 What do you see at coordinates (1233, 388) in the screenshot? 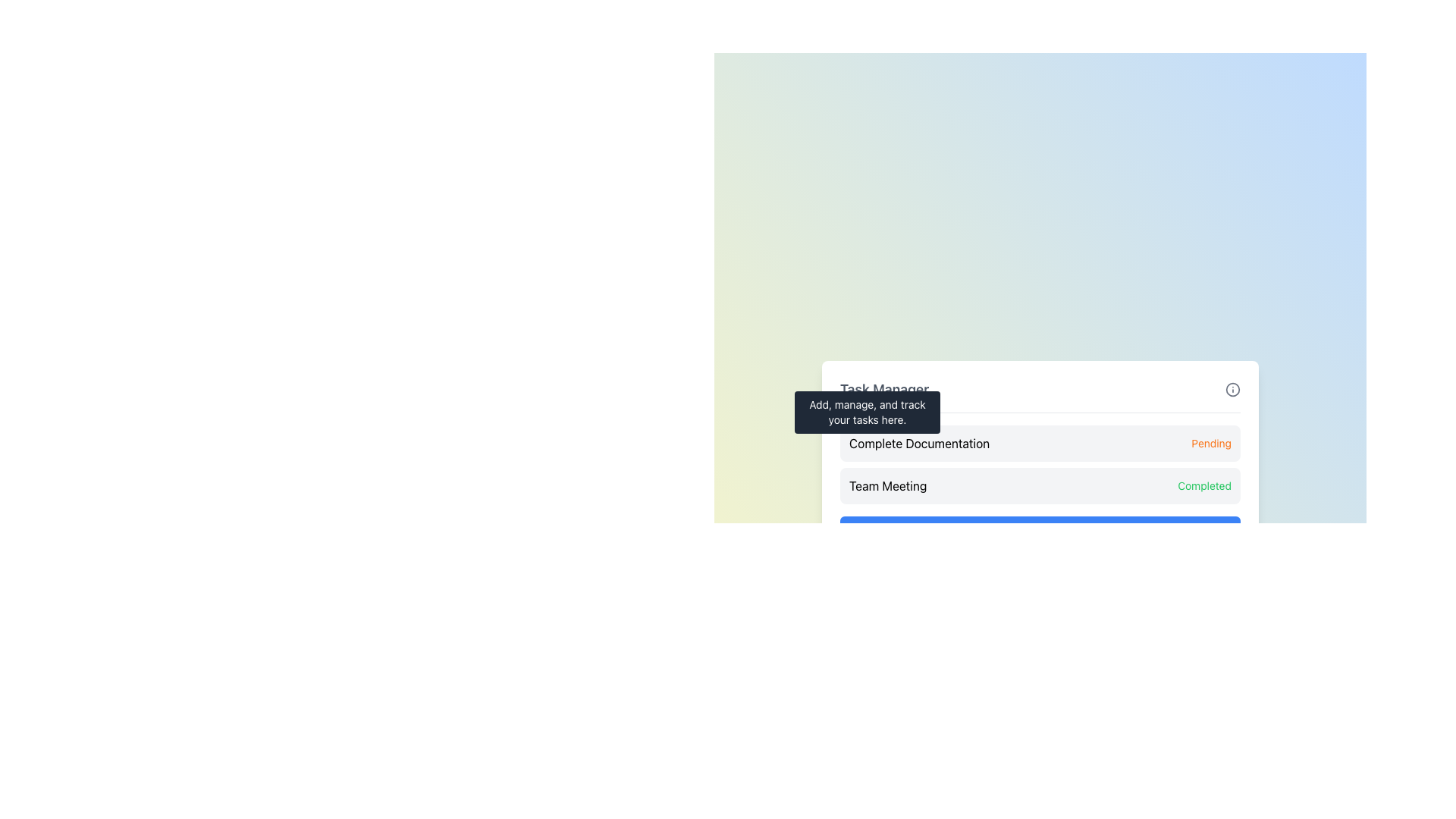
I see `the SVG circle element, which has a thin outline and is styled in a material design pattern, located in the top-right corner of a card component` at bounding box center [1233, 388].